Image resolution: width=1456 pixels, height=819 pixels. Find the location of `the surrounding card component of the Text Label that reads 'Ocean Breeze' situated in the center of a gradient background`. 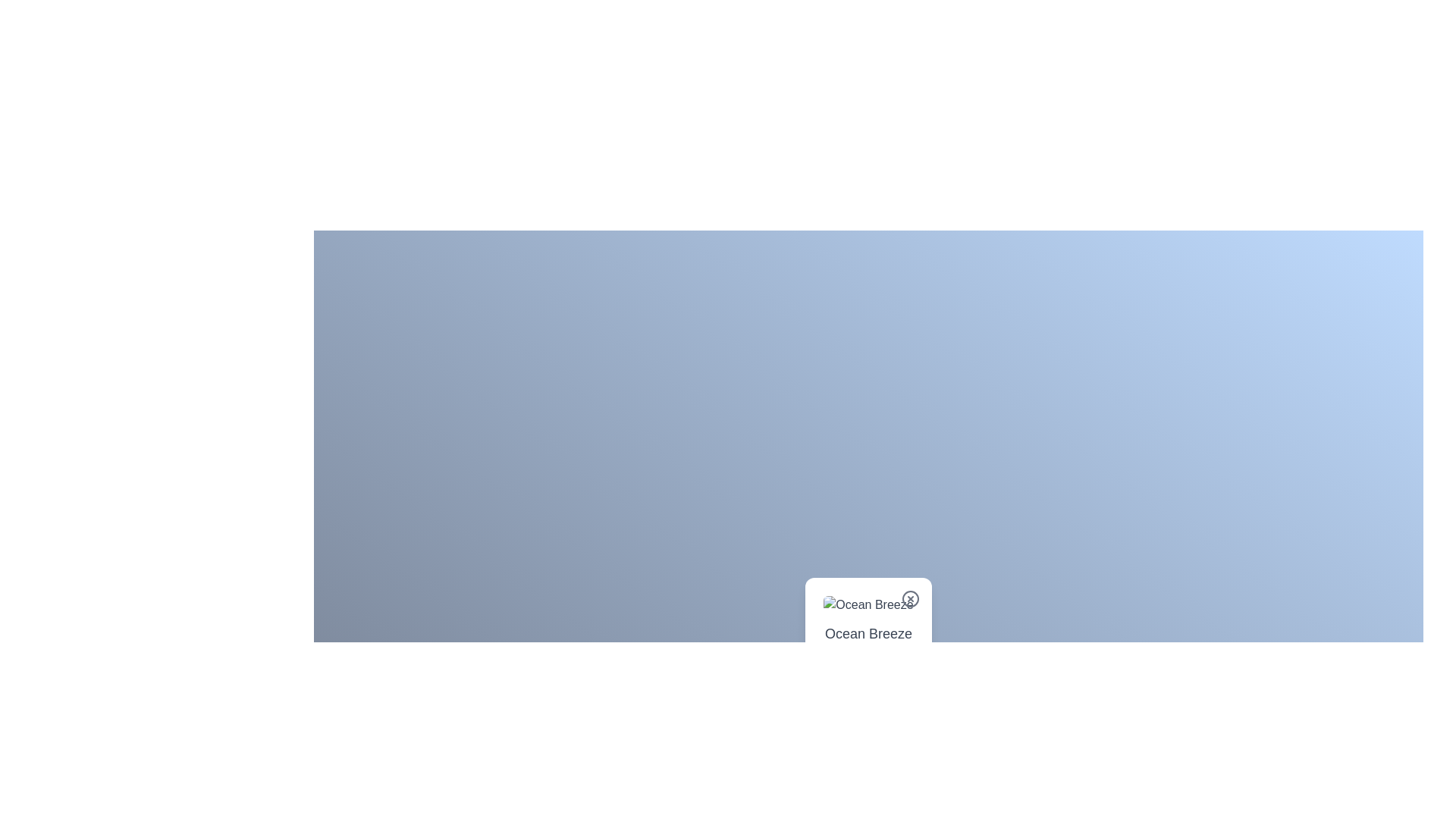

the surrounding card component of the Text Label that reads 'Ocean Breeze' situated in the center of a gradient background is located at coordinates (868, 640).